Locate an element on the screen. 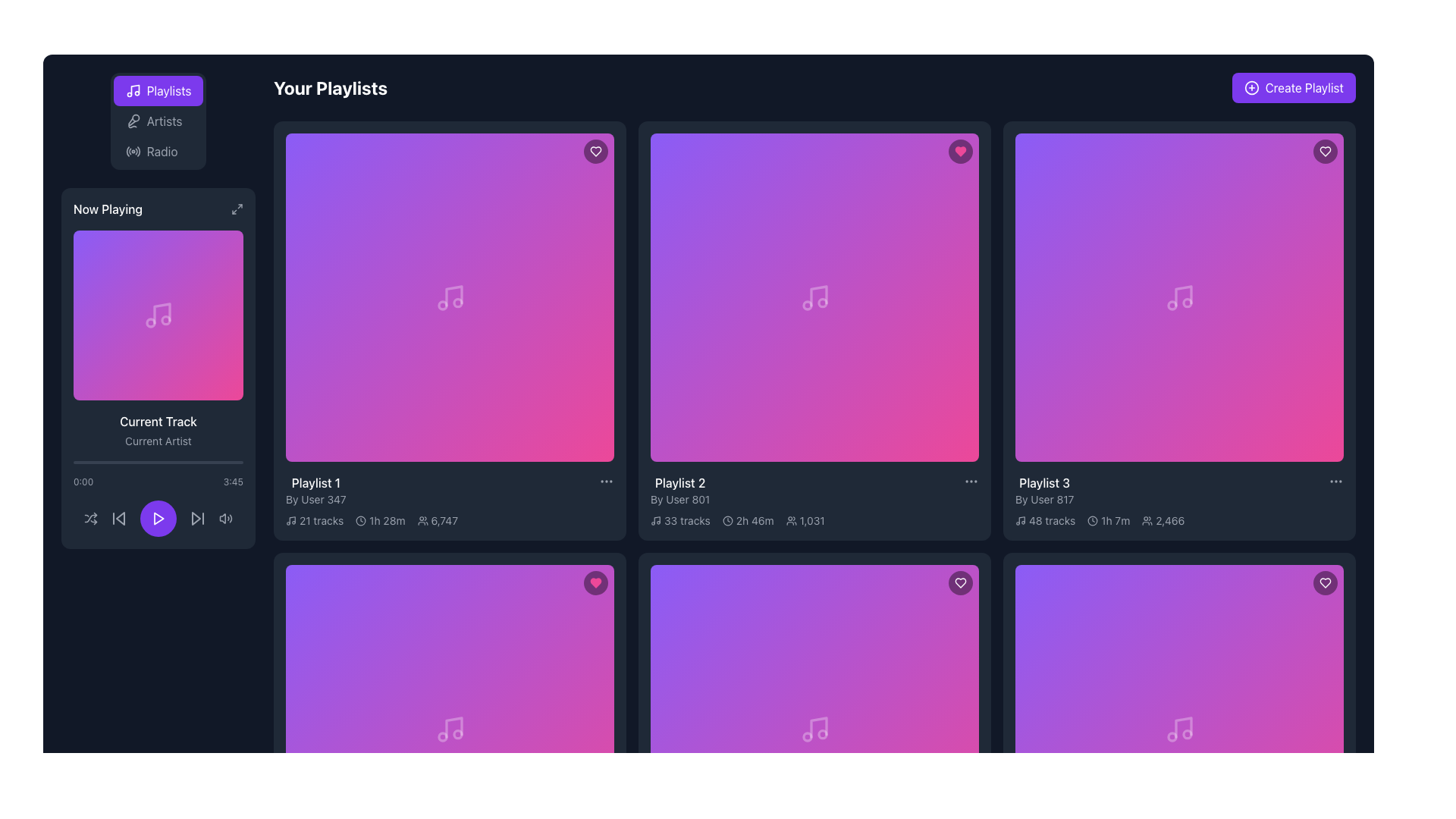 This screenshot has height=819, width=1456. the text label that displays the number of tracks in the playlist, which is located below the second playlist image and is the leftmost metadata component is located at coordinates (679, 519).